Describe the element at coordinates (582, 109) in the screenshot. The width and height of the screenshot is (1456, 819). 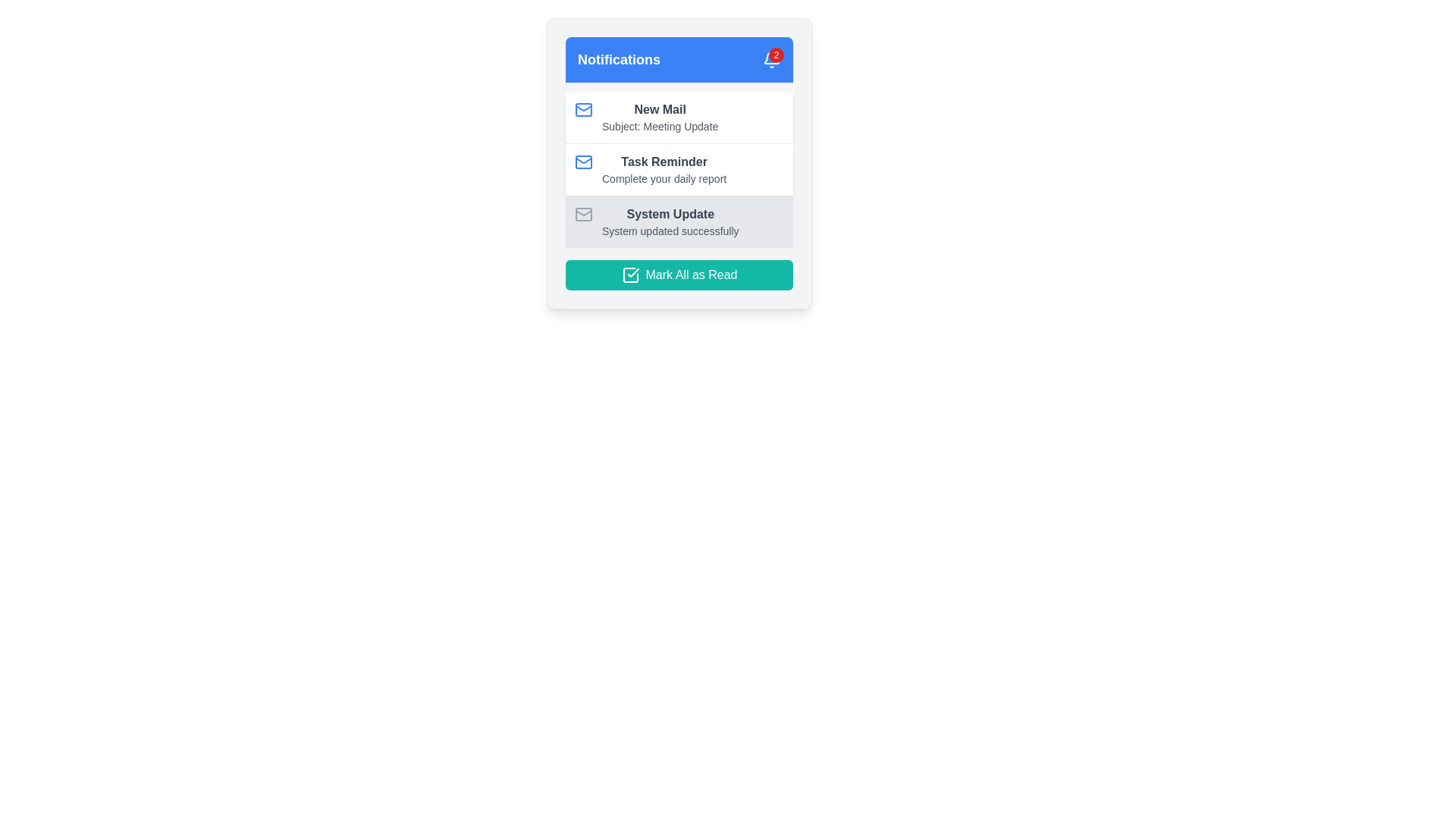
I see `the email notification icon located at the top-left corner of the first notification item labeled 'New Mail'` at that location.